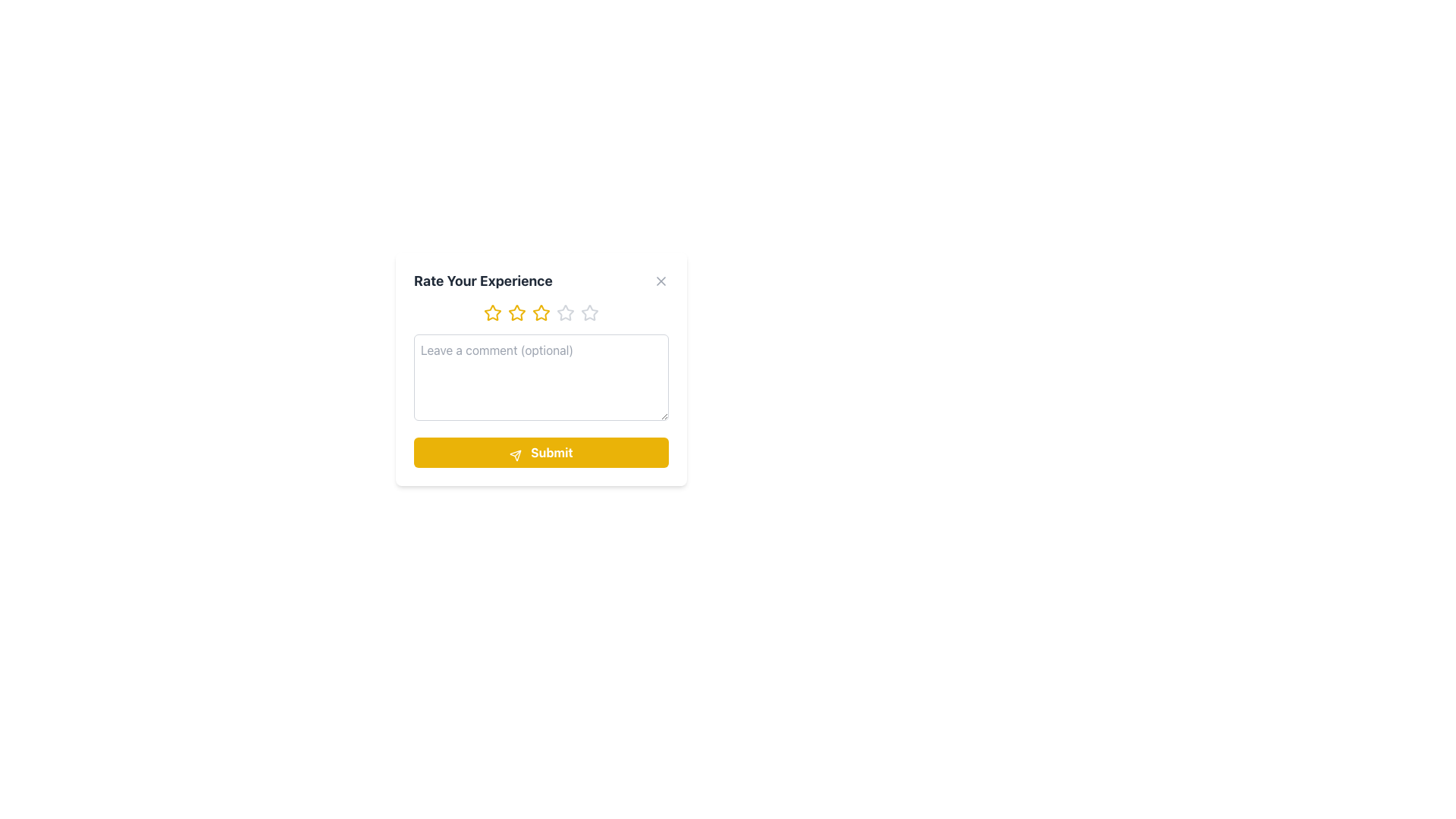  Describe the element at coordinates (516, 312) in the screenshot. I see `the second star icon with a yellow outline in the 'Rate Your Experience' modal` at that location.